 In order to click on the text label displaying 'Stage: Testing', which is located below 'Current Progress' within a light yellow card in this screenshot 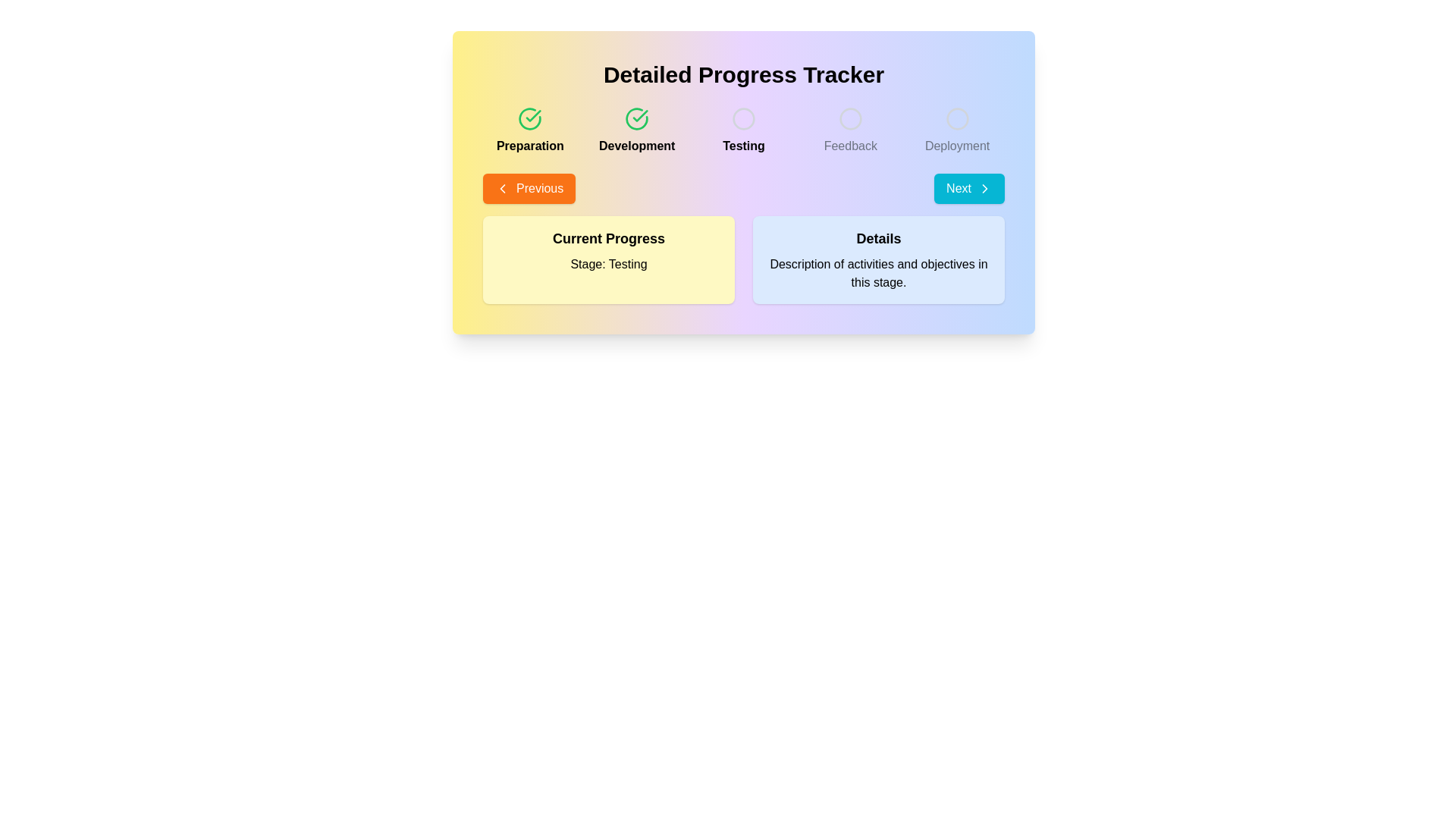, I will do `click(608, 263)`.